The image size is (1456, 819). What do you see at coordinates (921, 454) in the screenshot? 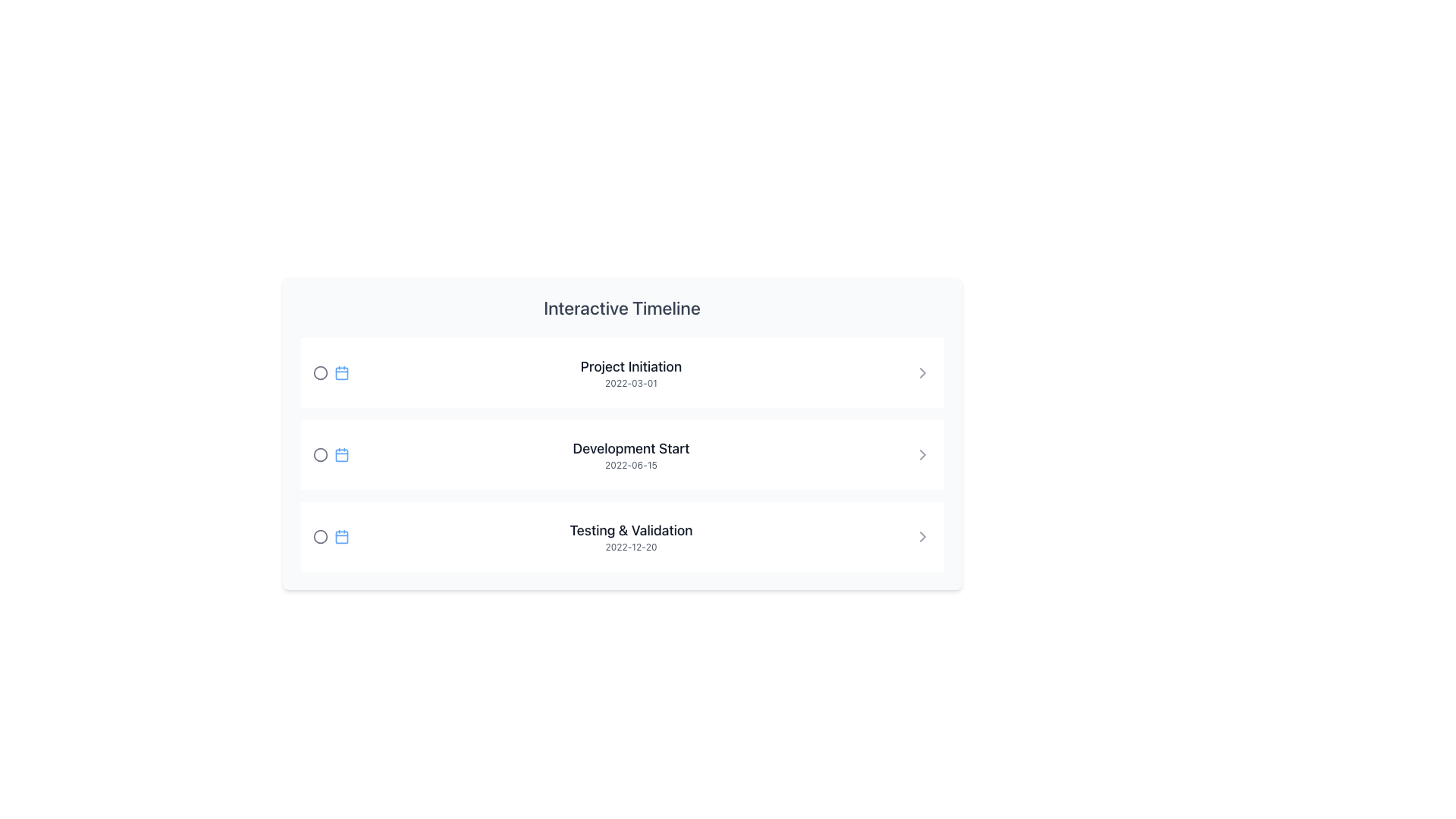
I see `the rightward gray chevron icon located at the far right side of the 'Development Start' timeline entry` at bounding box center [921, 454].